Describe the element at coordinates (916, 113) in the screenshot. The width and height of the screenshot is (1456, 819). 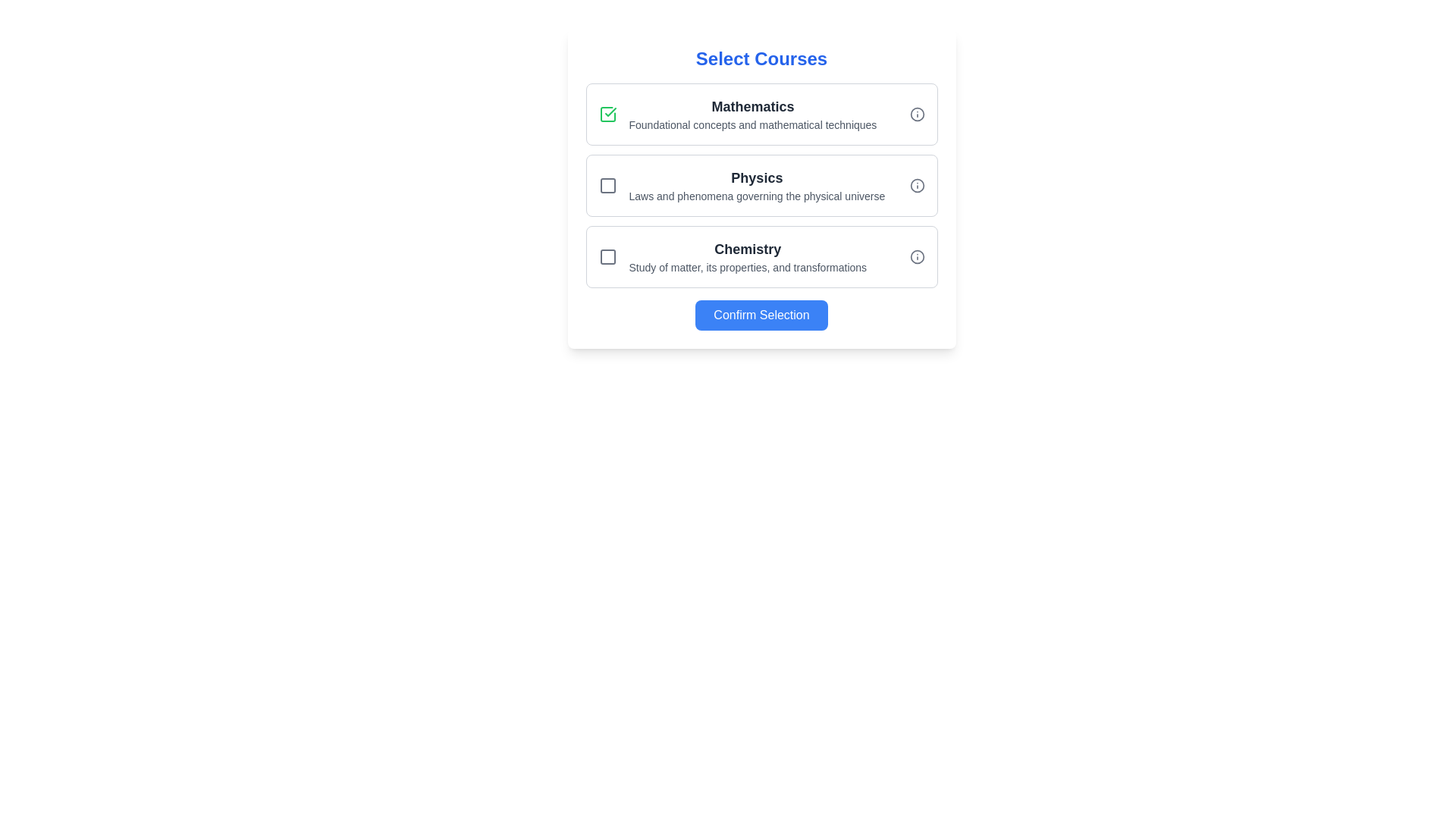
I see `the information icon located in the upper-right corner of the 'Mathematics' list card` at that location.